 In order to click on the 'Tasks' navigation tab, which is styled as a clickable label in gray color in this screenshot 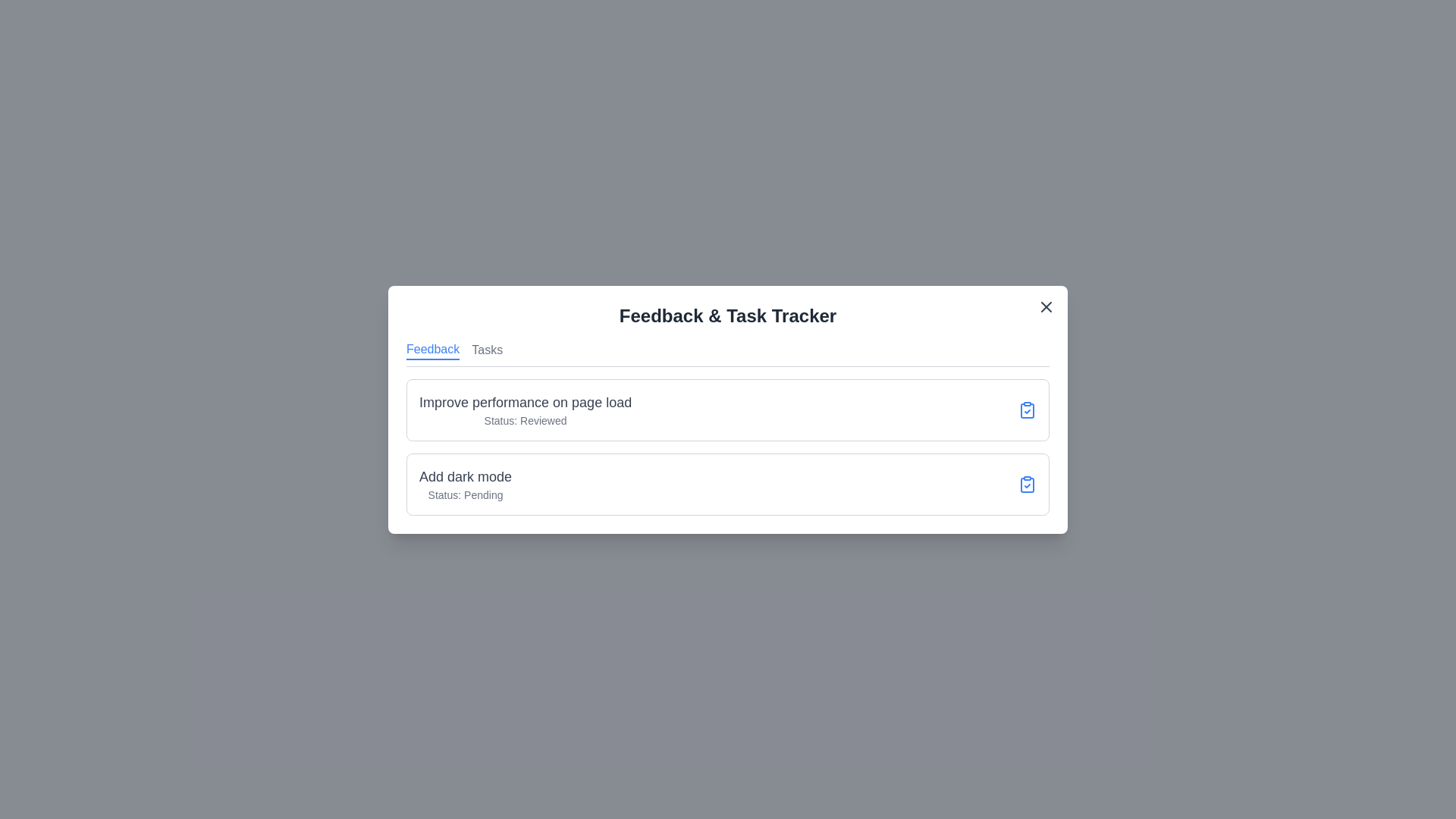, I will do `click(487, 350)`.